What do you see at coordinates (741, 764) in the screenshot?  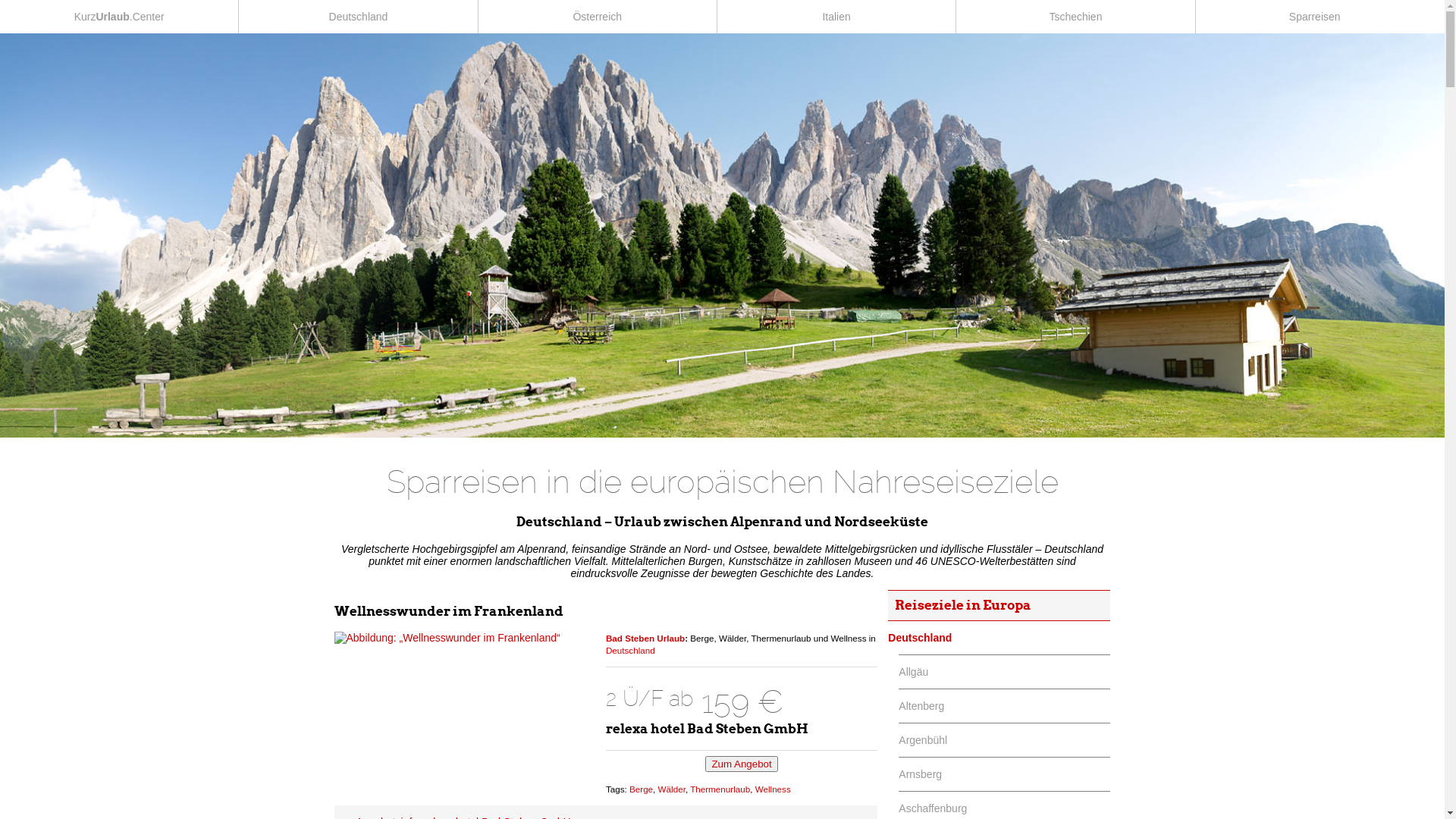 I see `'Zum Angebot'` at bounding box center [741, 764].